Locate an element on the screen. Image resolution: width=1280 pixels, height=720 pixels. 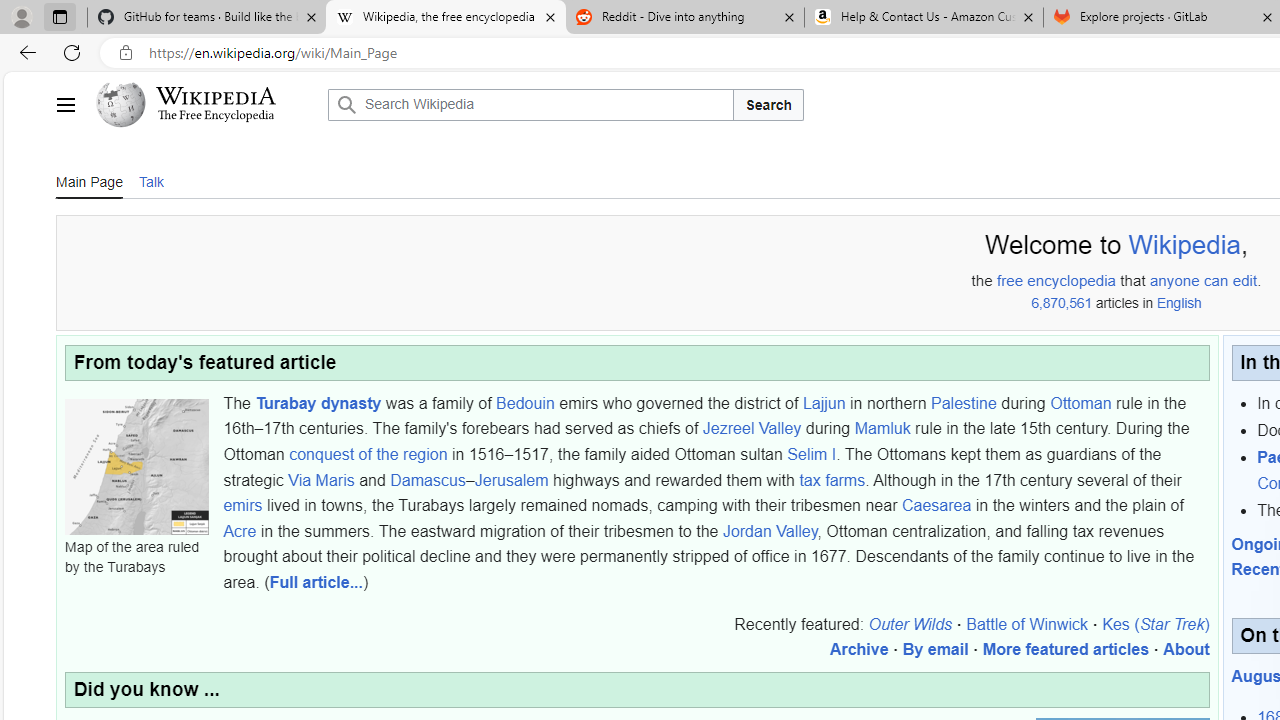
'free' is located at coordinates (1009, 281).